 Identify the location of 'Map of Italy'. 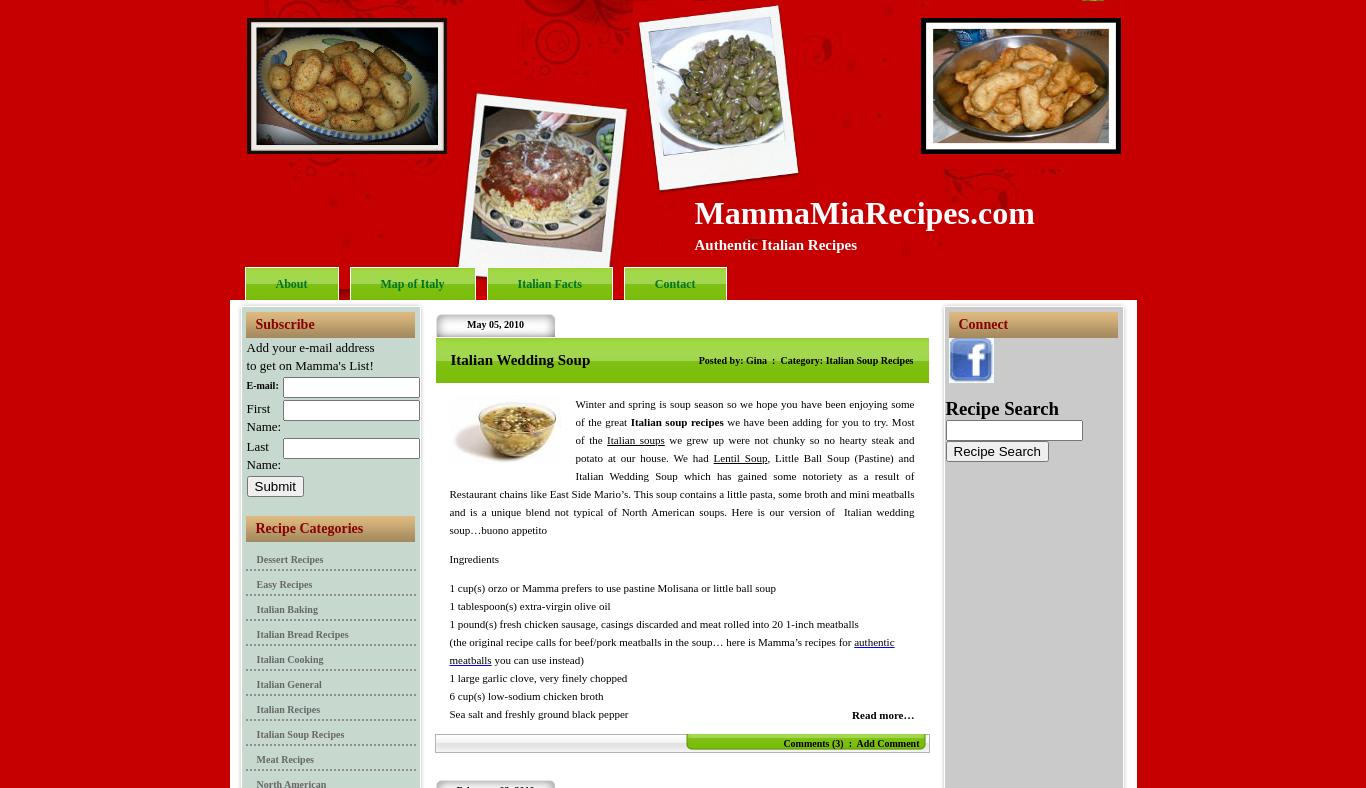
(410, 282).